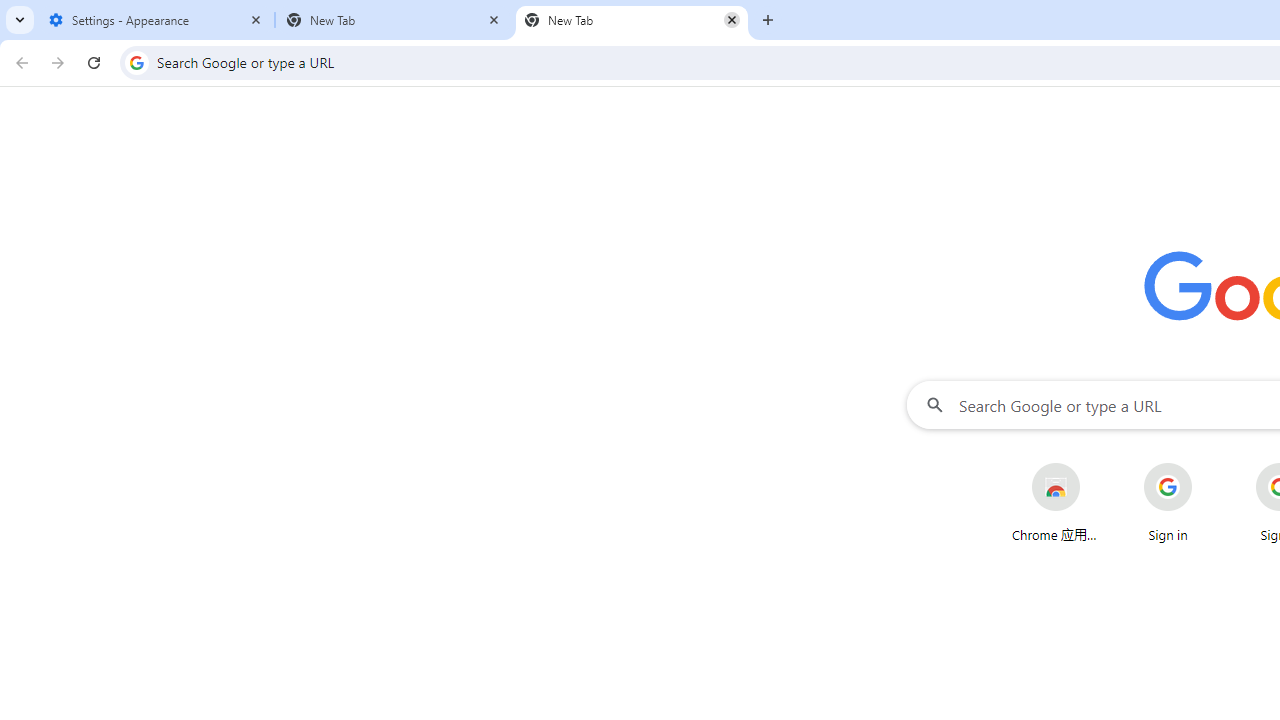  I want to click on 'Settings - Appearance', so click(155, 20).